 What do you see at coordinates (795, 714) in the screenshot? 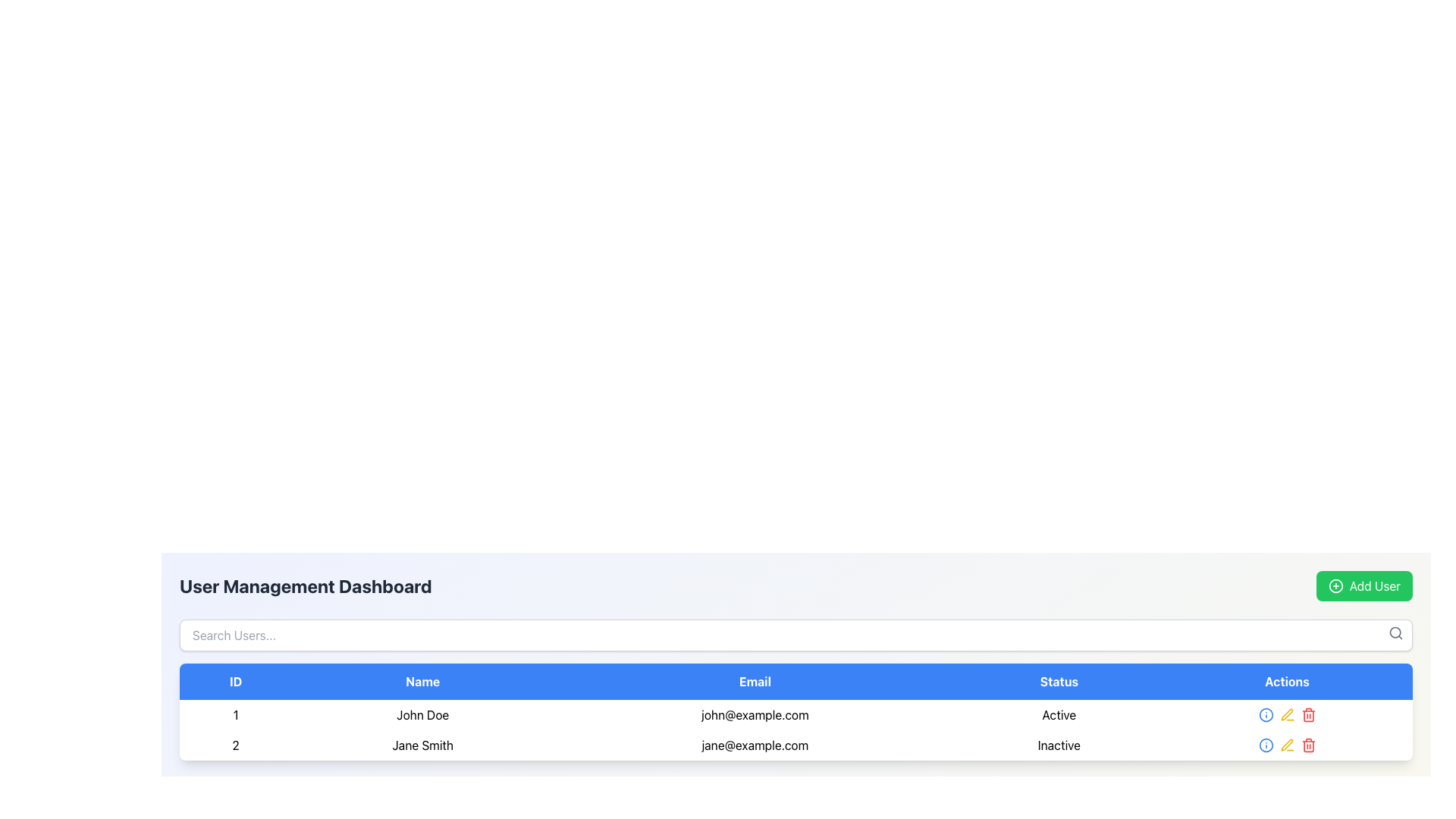
I see `to select the first row in the user information table, which displays ID '1', Name 'John Doe', Email 'john@example.com', and Status 'Active'` at bounding box center [795, 714].